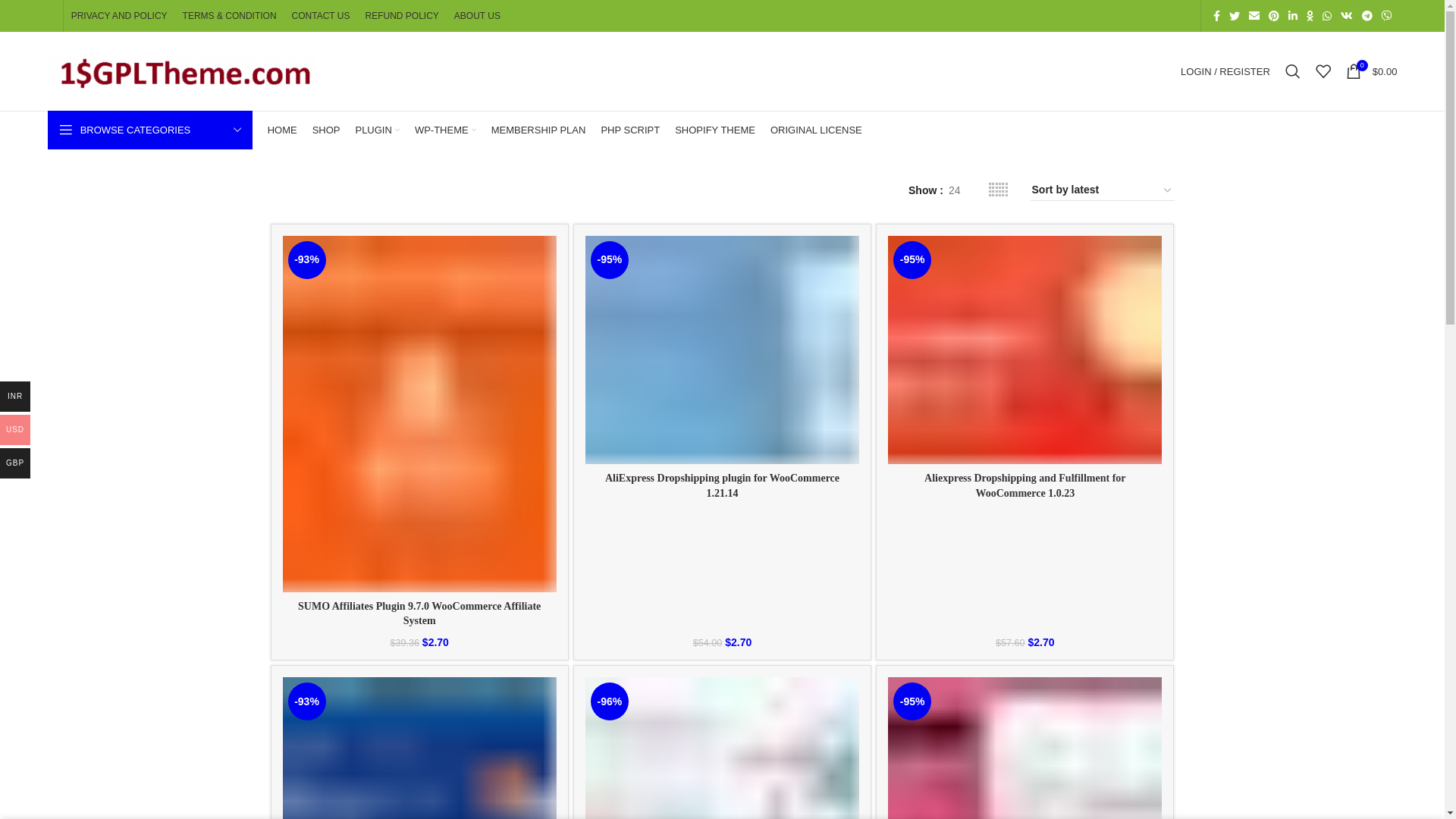 This screenshot has width=1456, height=819. Describe the element at coordinates (1323, 71) in the screenshot. I see `'My Wishlist'` at that location.